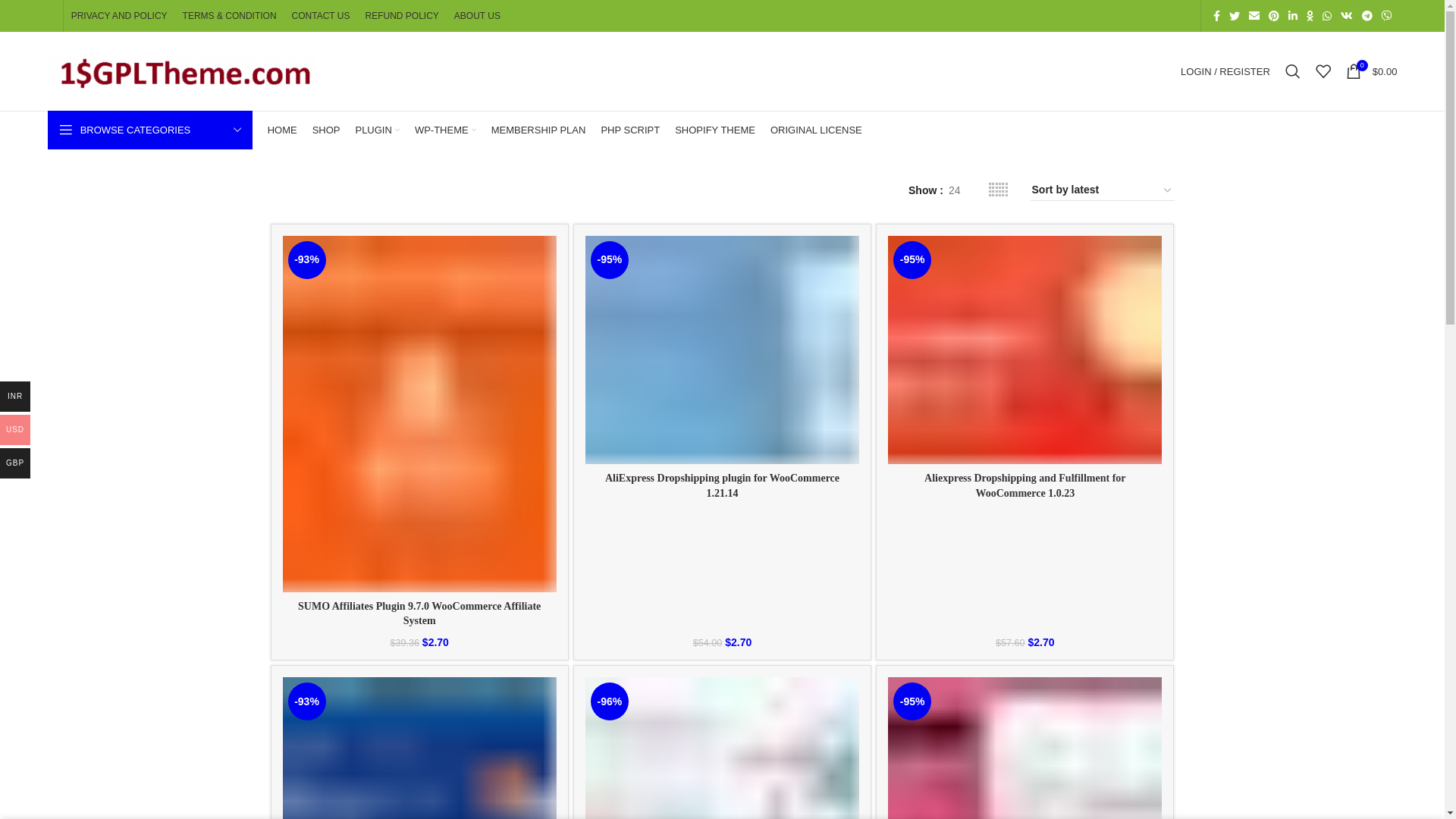 This screenshot has width=1456, height=819. Describe the element at coordinates (1323, 71) in the screenshot. I see `'My Wishlist'` at that location.